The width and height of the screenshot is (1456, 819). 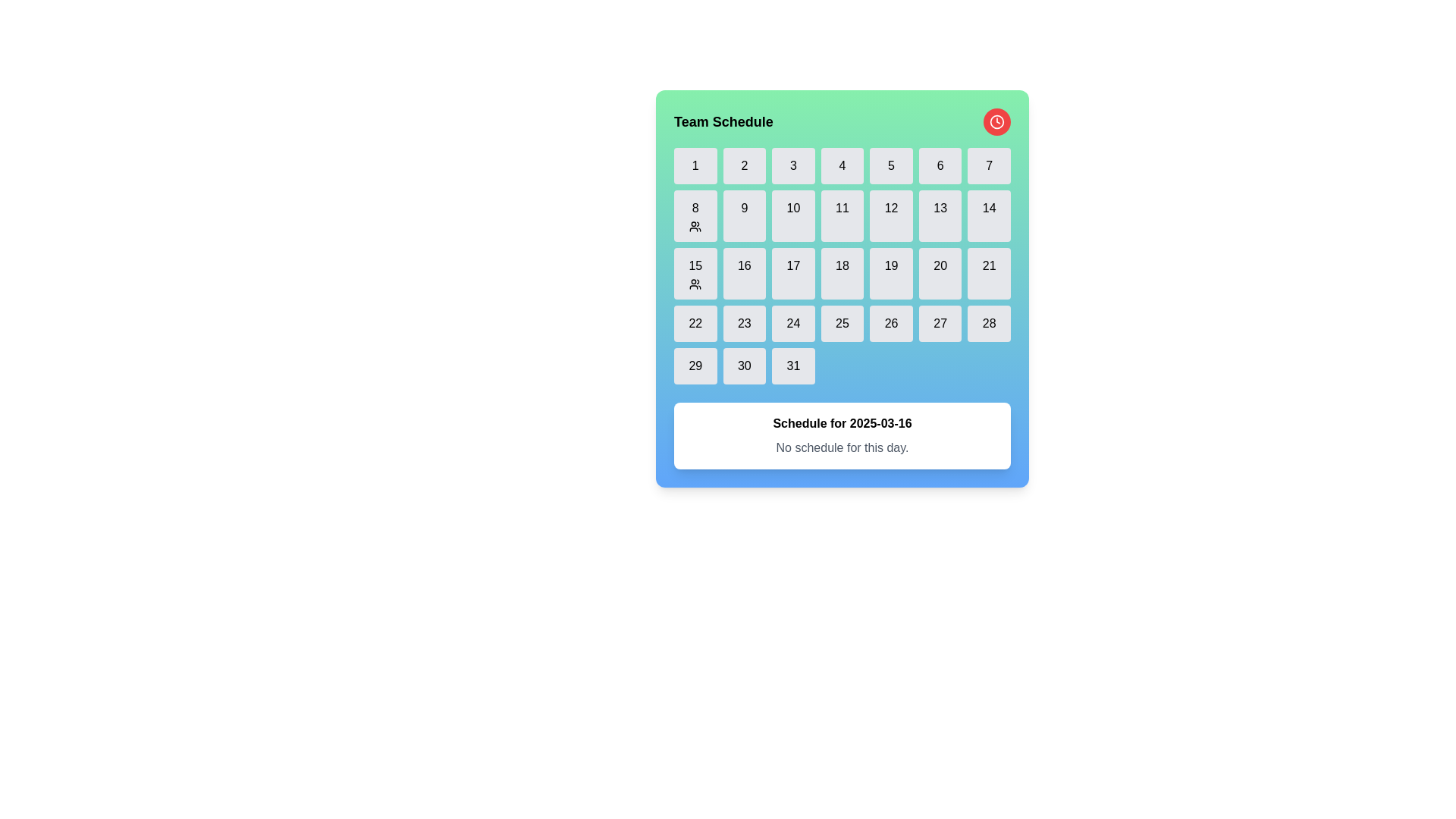 What do you see at coordinates (891, 274) in the screenshot?
I see `the date label in the calendar interface located in the fourth column of the third row, which visually represents the date and does not support user interactions` at bounding box center [891, 274].